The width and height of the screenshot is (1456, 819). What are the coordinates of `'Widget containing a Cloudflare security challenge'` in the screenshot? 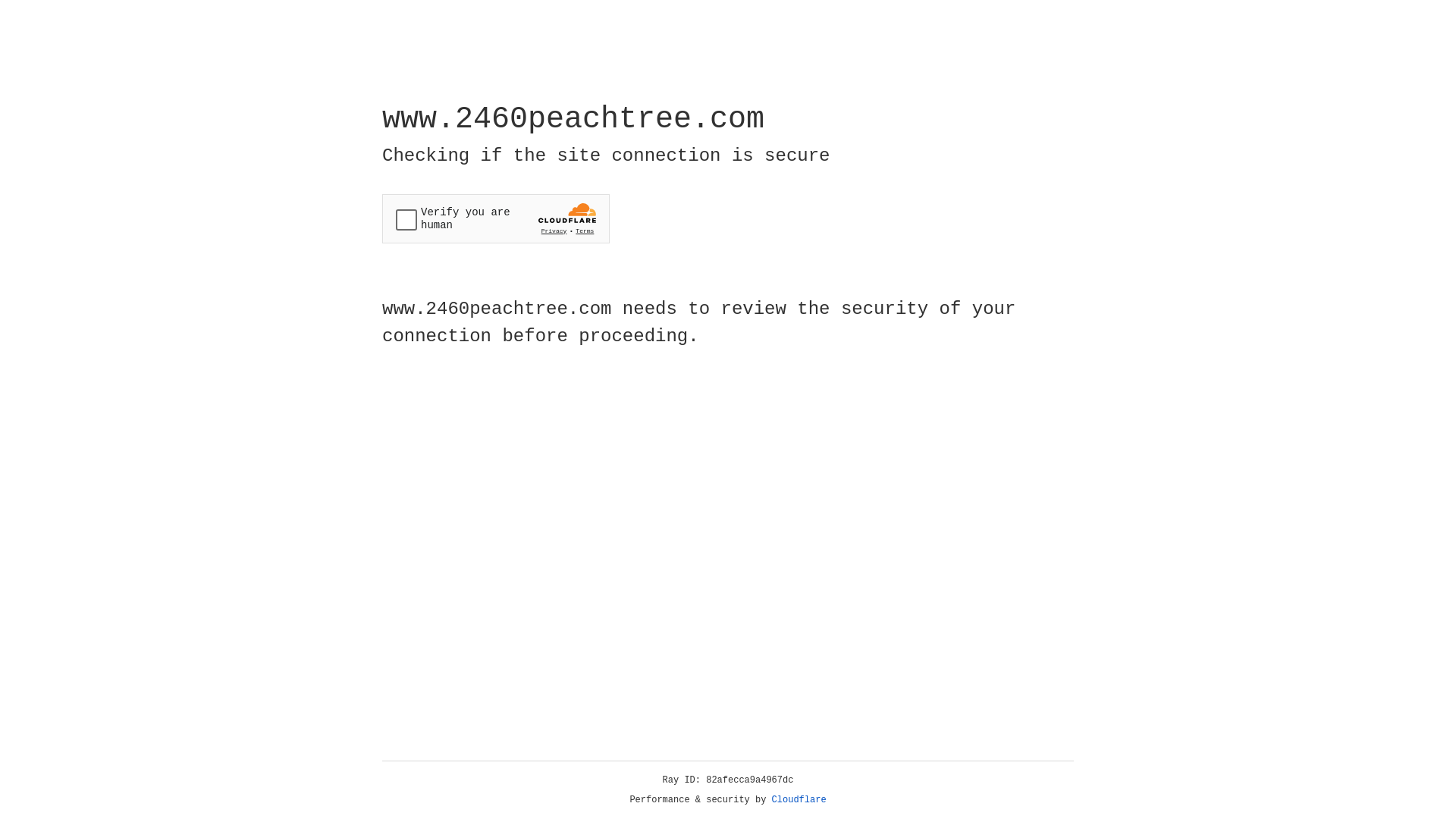 It's located at (495, 218).